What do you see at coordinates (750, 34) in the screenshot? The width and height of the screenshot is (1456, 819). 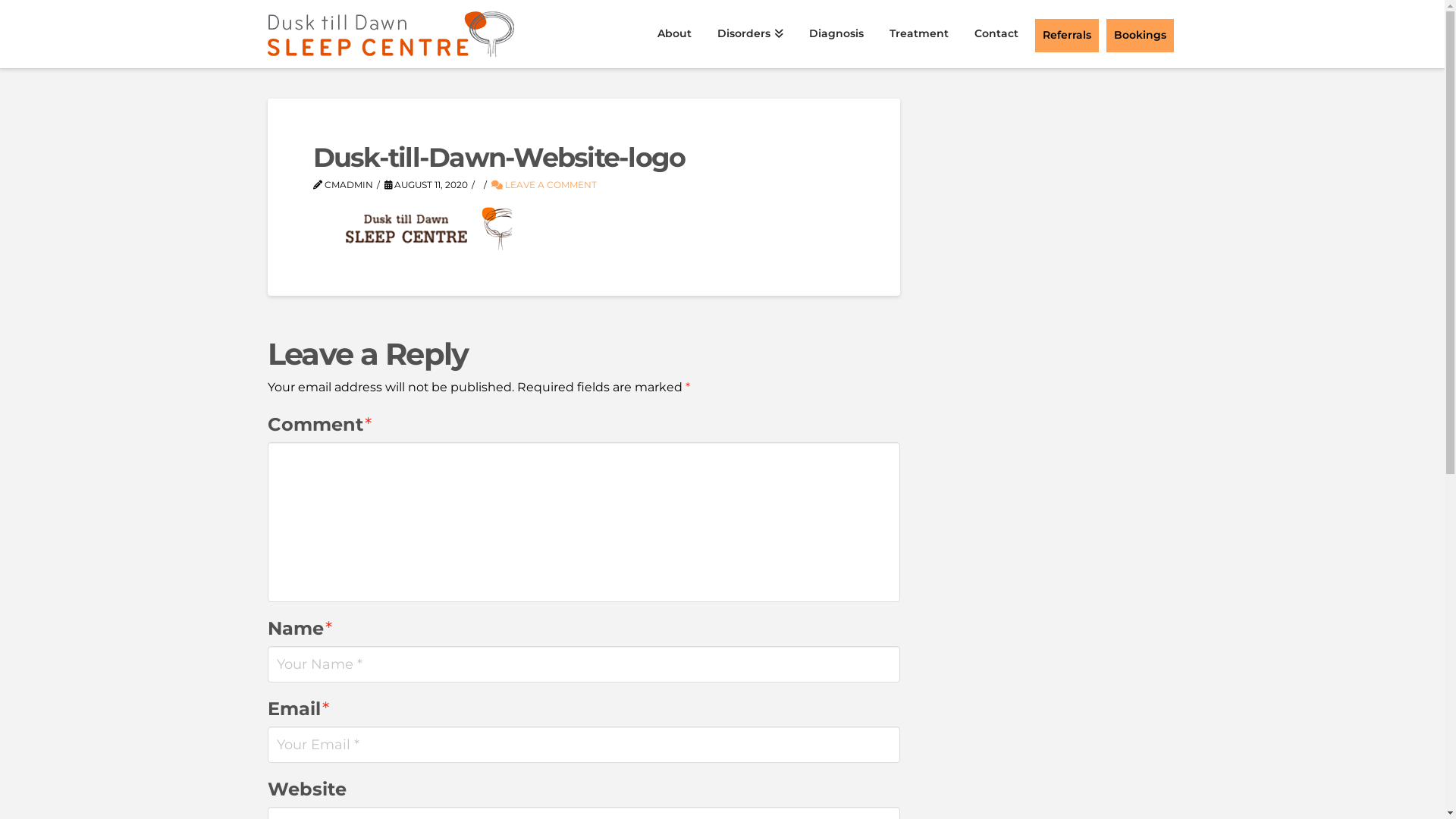 I see `'Disorders'` at bounding box center [750, 34].